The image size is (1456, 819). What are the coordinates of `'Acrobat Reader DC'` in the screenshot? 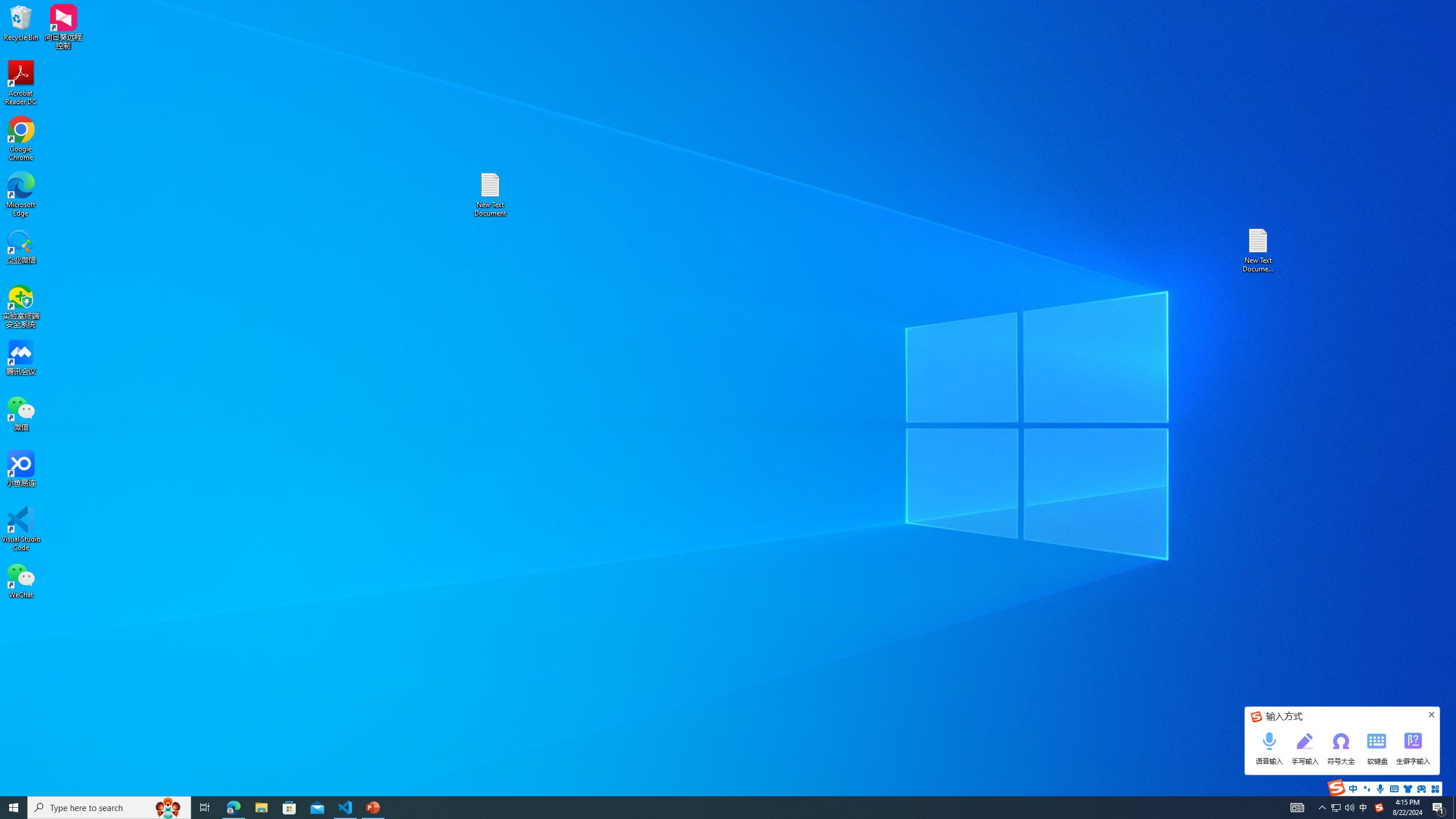 It's located at (20, 82).